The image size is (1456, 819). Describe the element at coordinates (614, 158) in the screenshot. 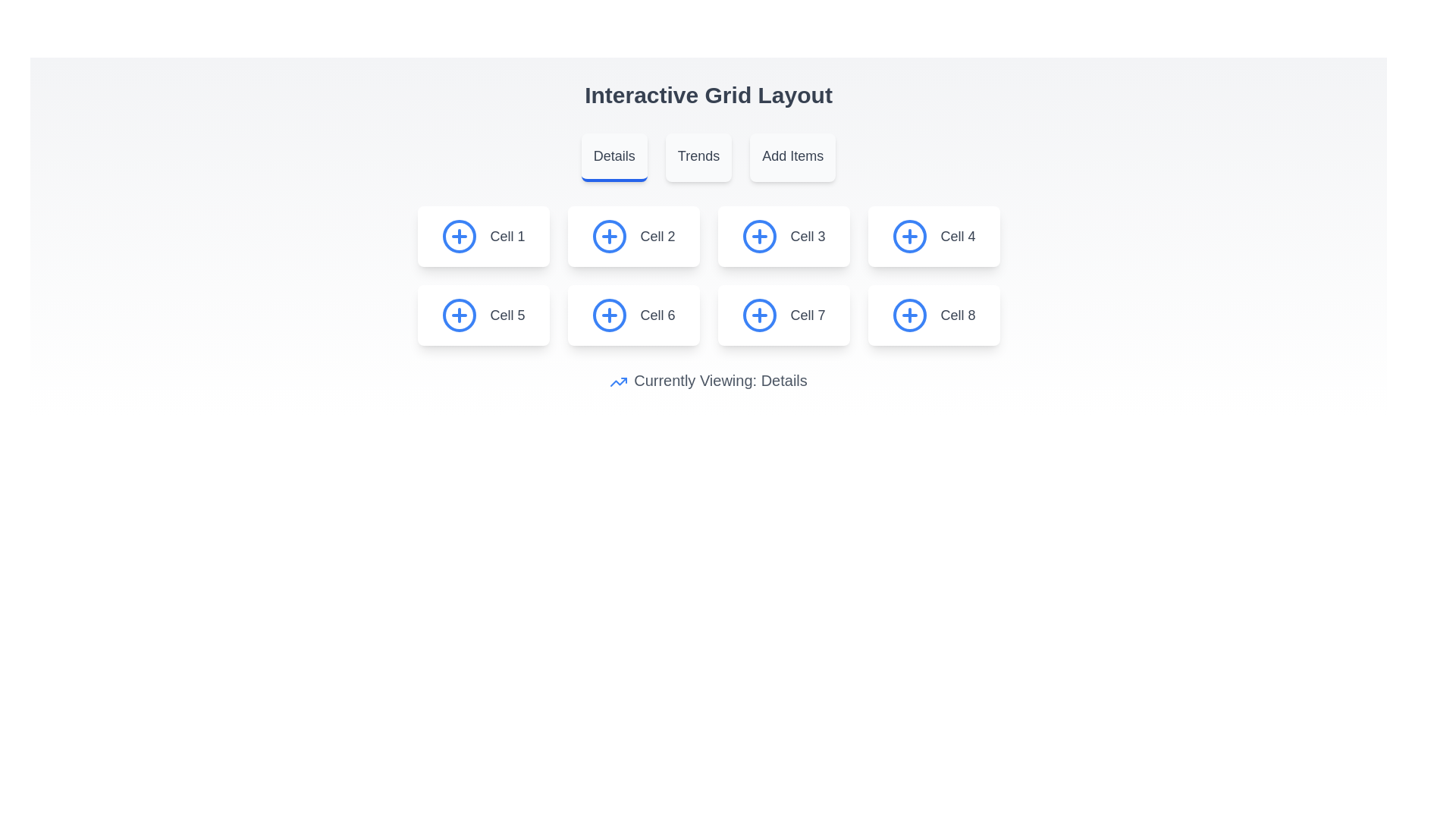

I see `the first rectangular button in a series of three, located to the left of the 'Trends' and 'Add Items' buttons in the header section, to change its appearance` at that location.